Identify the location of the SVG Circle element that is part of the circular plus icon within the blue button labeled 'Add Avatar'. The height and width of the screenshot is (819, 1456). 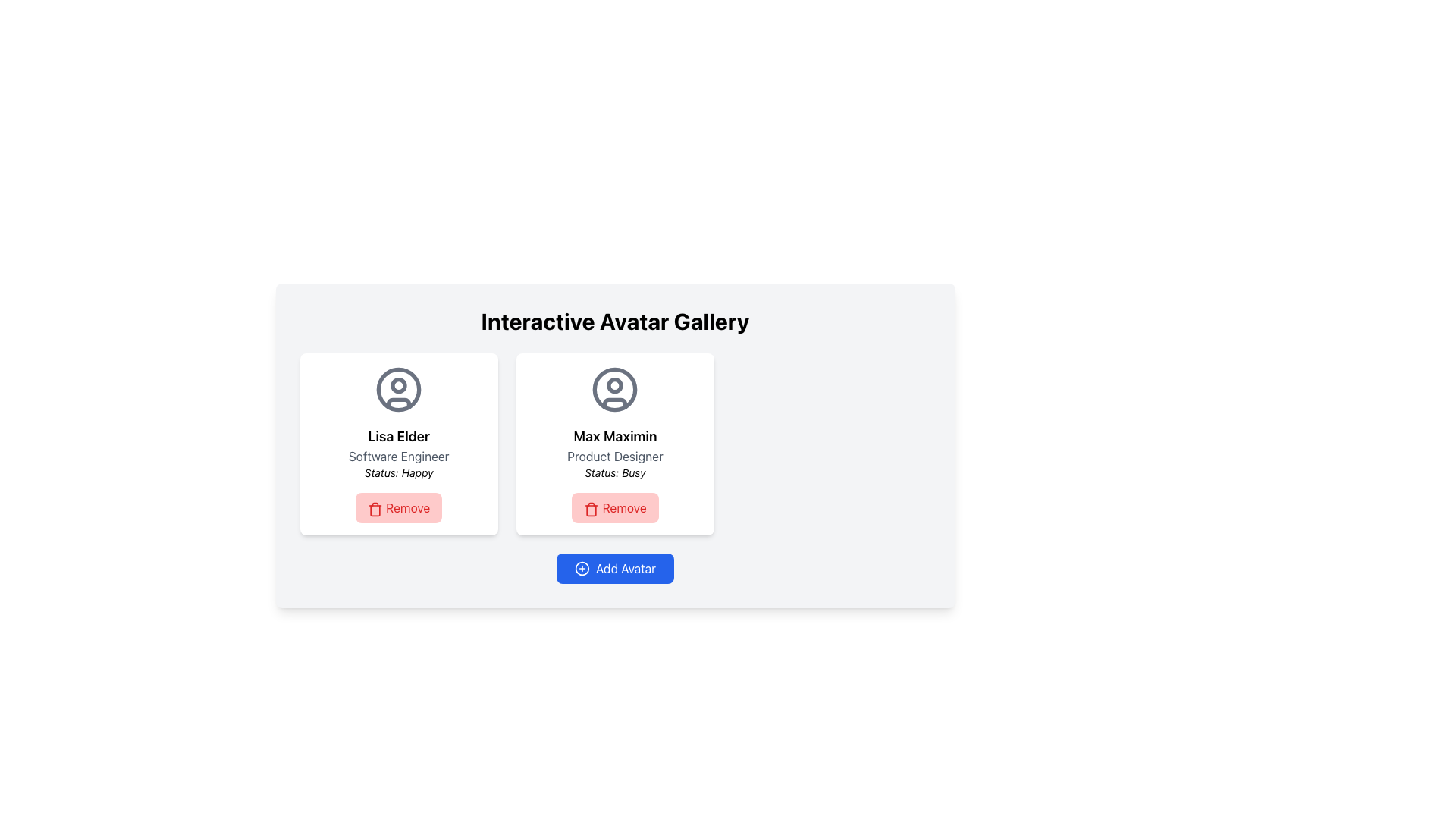
(582, 568).